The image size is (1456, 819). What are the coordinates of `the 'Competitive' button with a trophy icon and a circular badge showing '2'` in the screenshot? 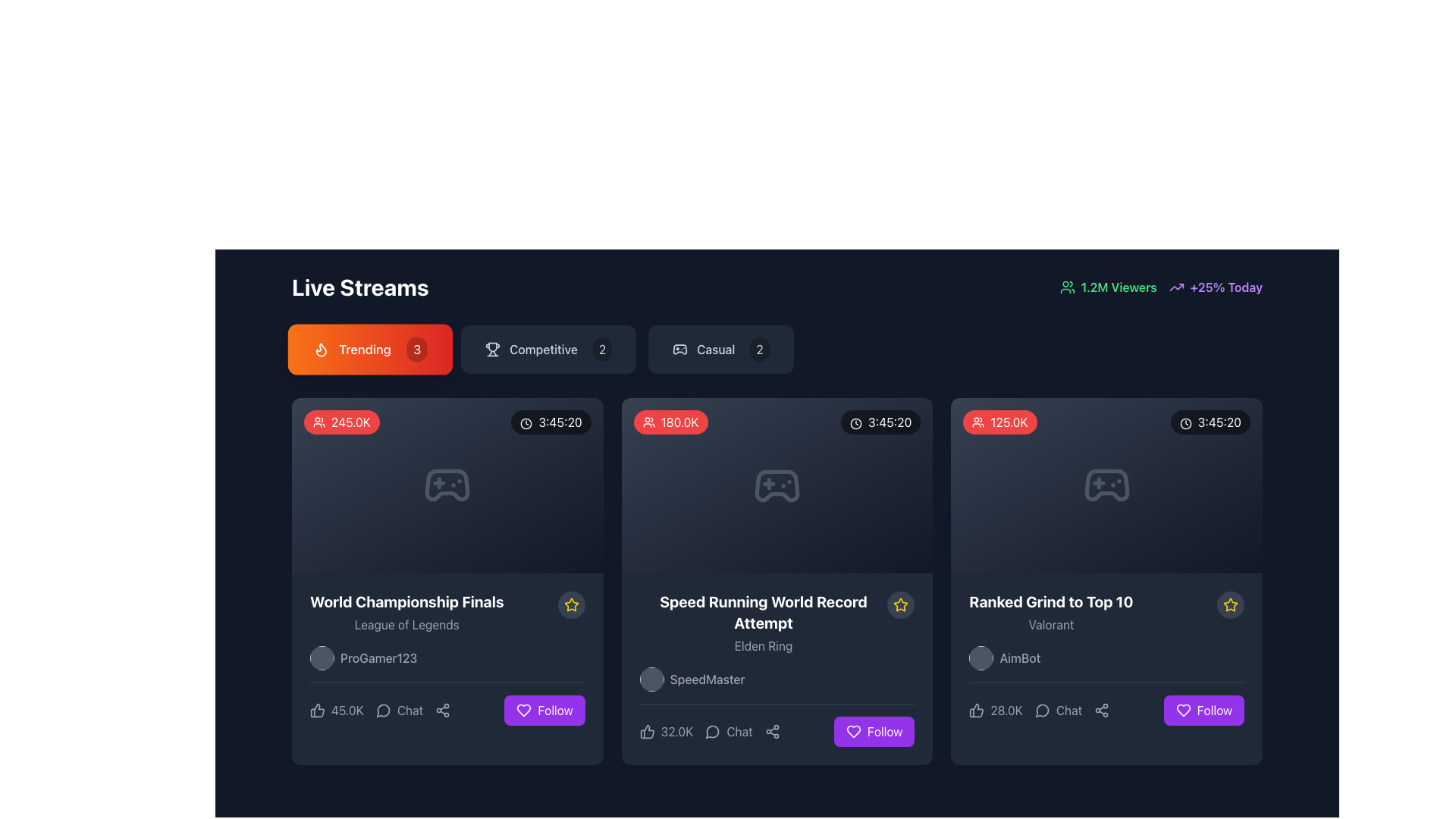 It's located at (548, 350).